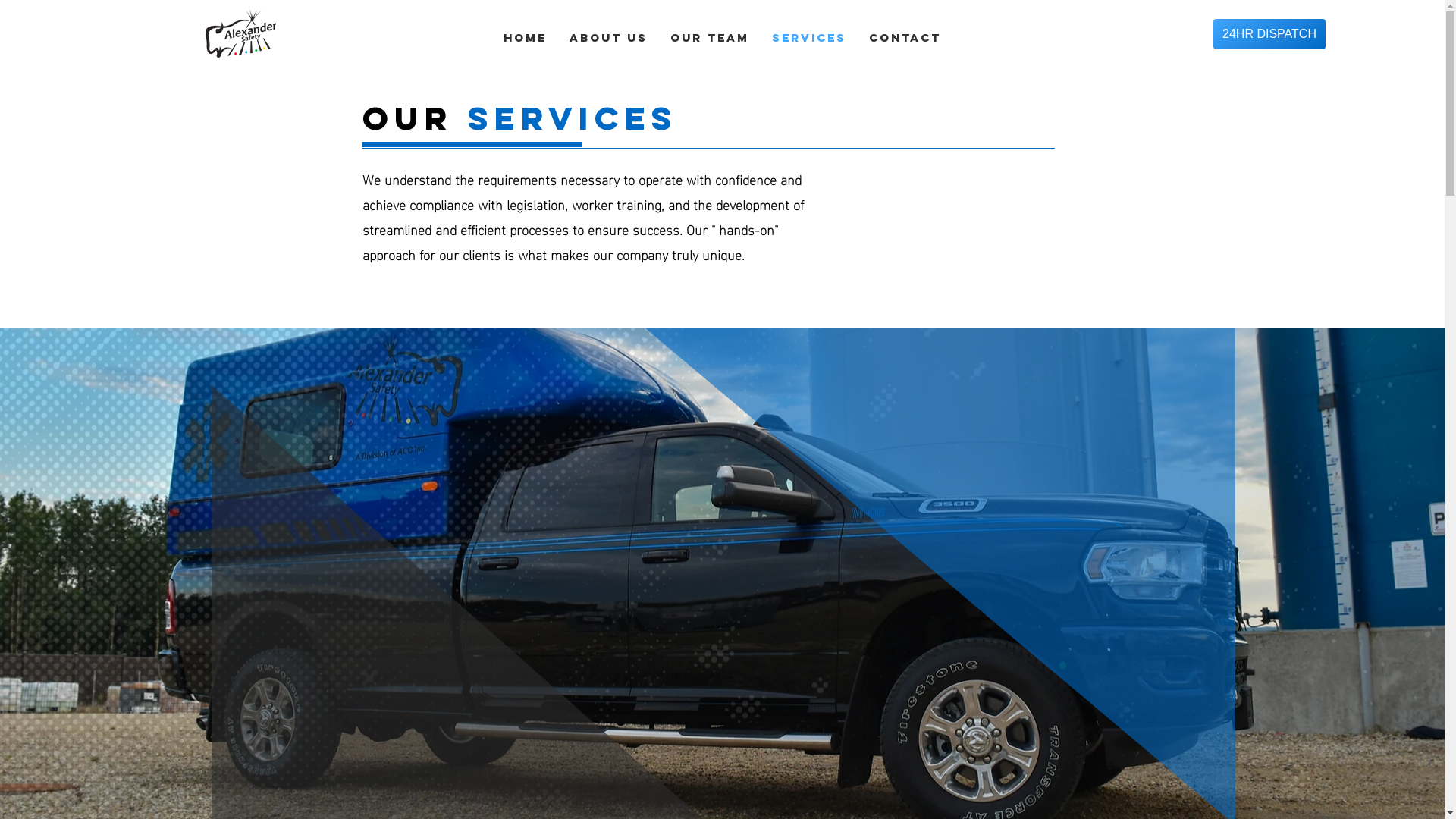  I want to click on 'OUR TEAM', so click(709, 37).